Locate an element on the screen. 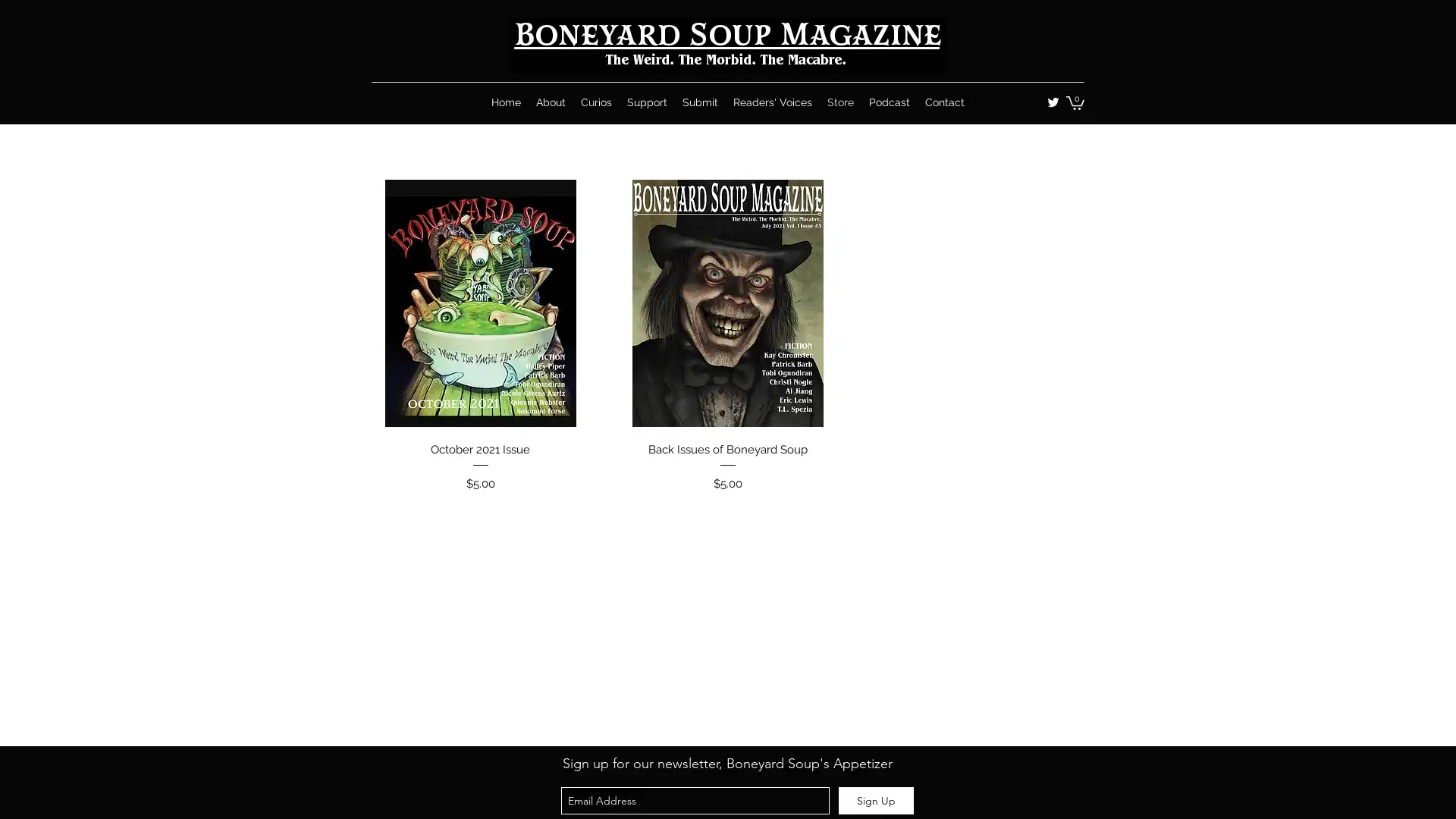  Quick View is located at coordinates (479, 444).